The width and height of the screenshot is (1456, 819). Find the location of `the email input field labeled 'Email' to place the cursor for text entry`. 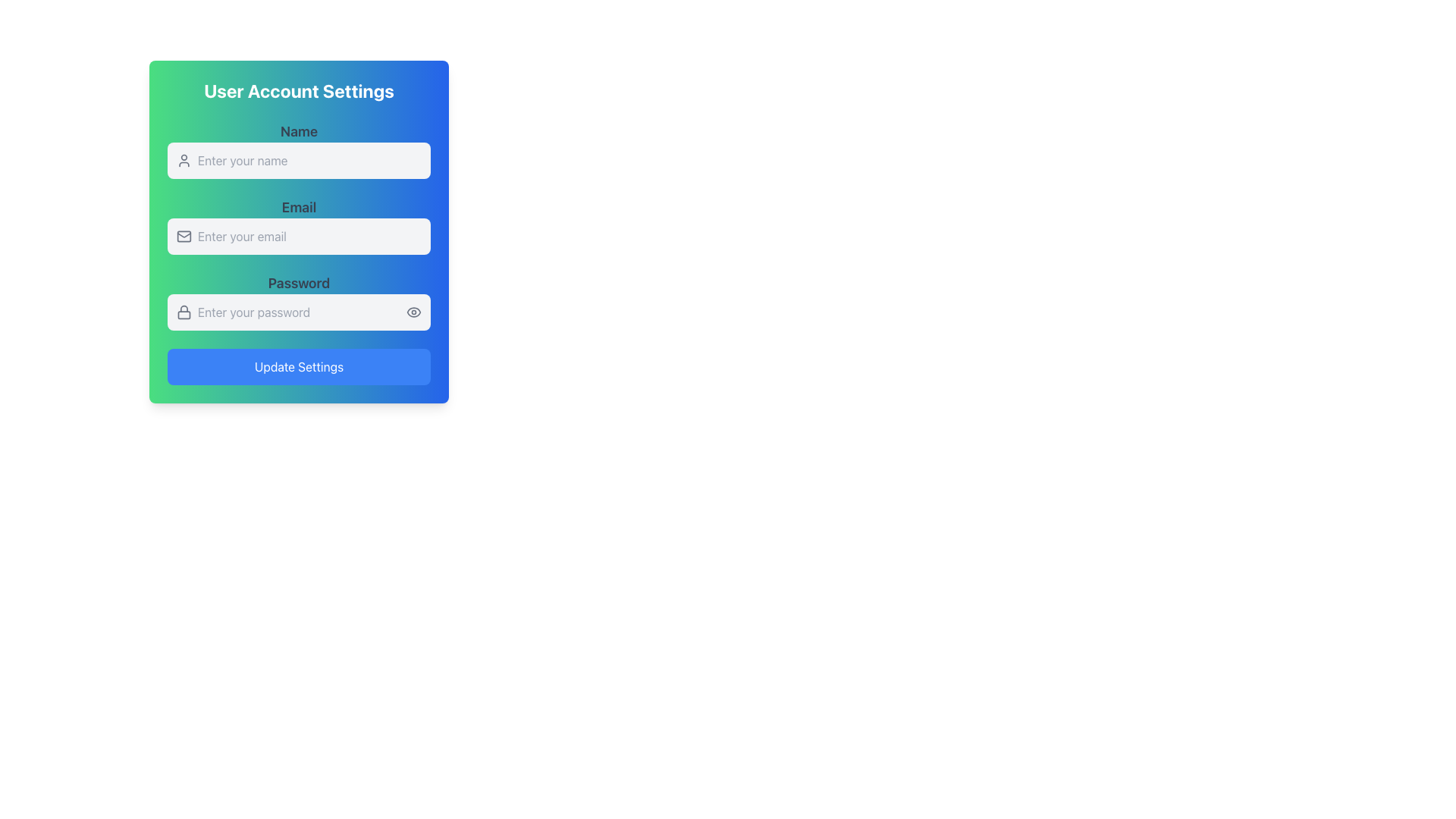

the email input field labeled 'Email' to place the cursor for text entry is located at coordinates (299, 225).